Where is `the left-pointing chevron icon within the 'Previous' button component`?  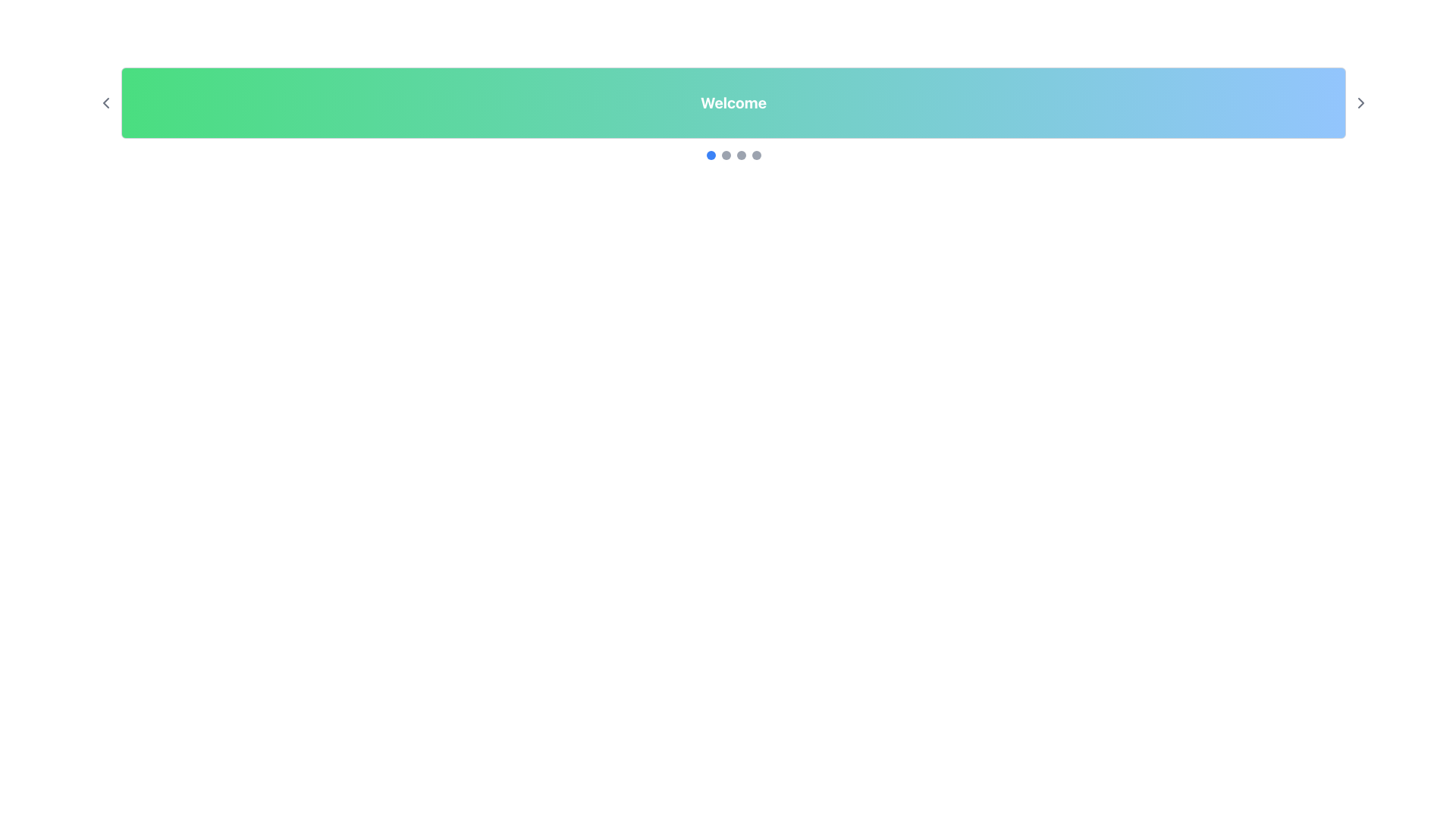
the left-pointing chevron icon within the 'Previous' button component is located at coordinates (105, 102).